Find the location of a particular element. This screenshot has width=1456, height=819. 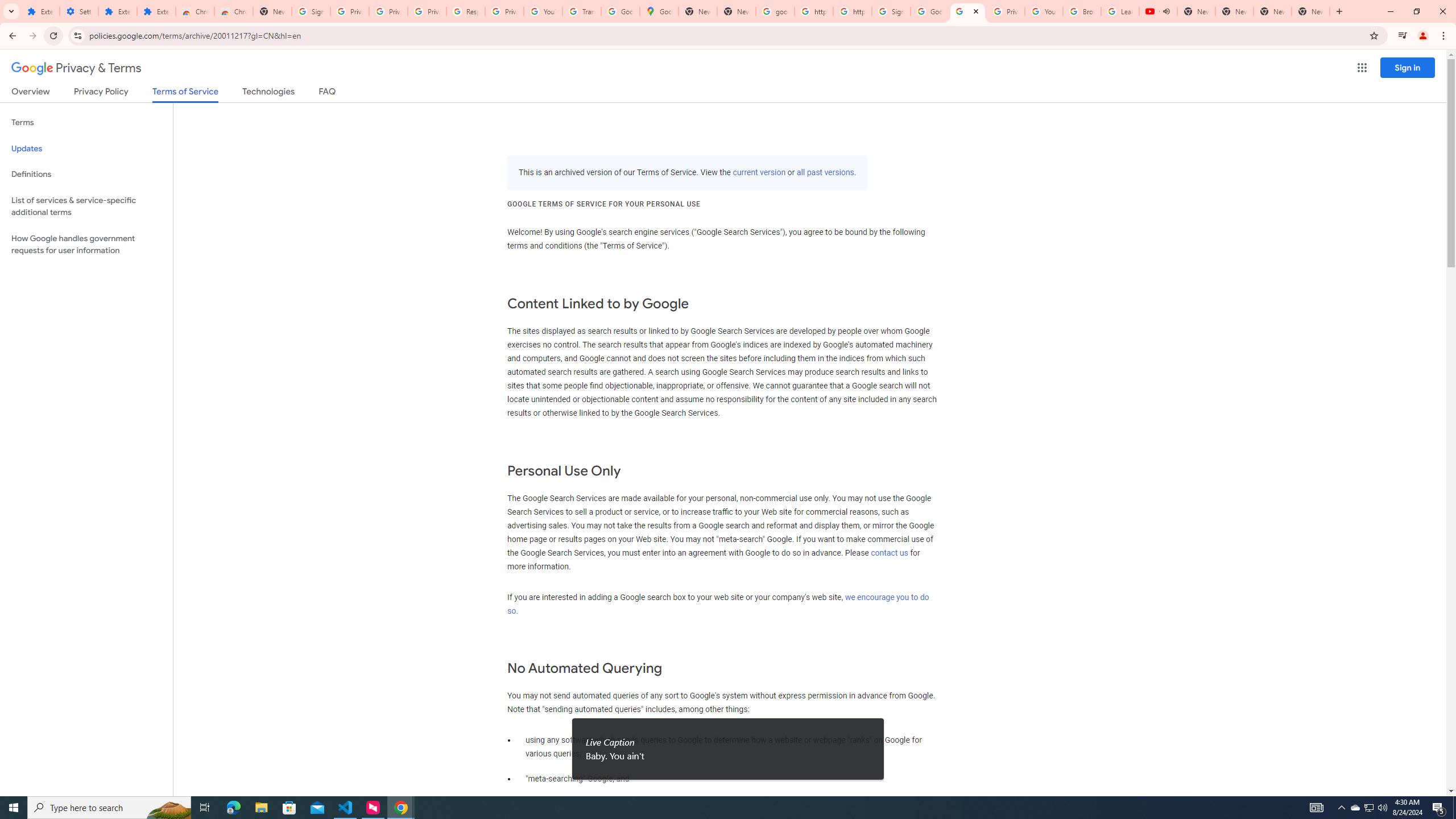

'Chrome Web Store - Themes' is located at coordinates (233, 11).